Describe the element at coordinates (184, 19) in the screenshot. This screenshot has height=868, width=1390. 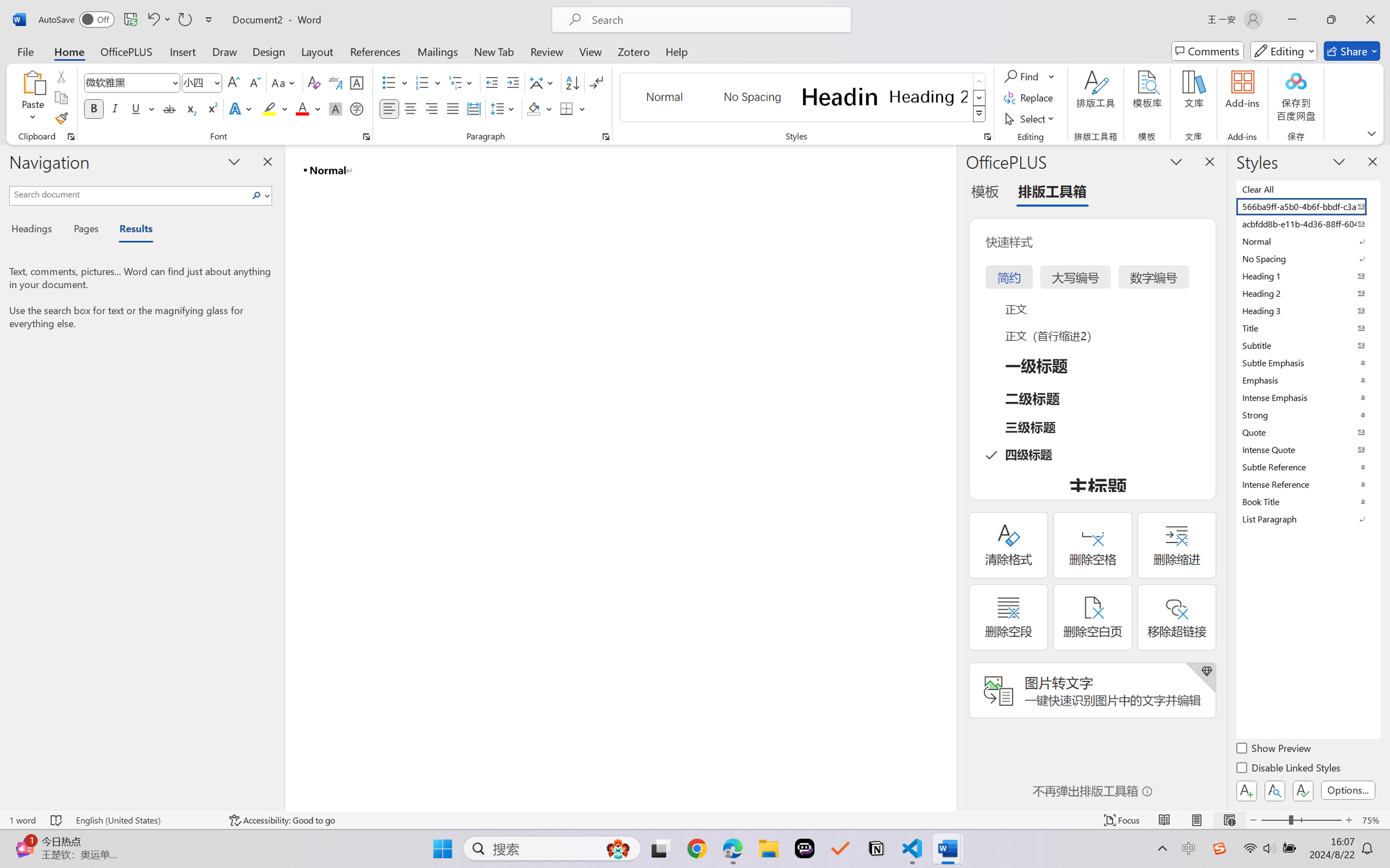
I see `'Repeat Doc Close'` at that location.